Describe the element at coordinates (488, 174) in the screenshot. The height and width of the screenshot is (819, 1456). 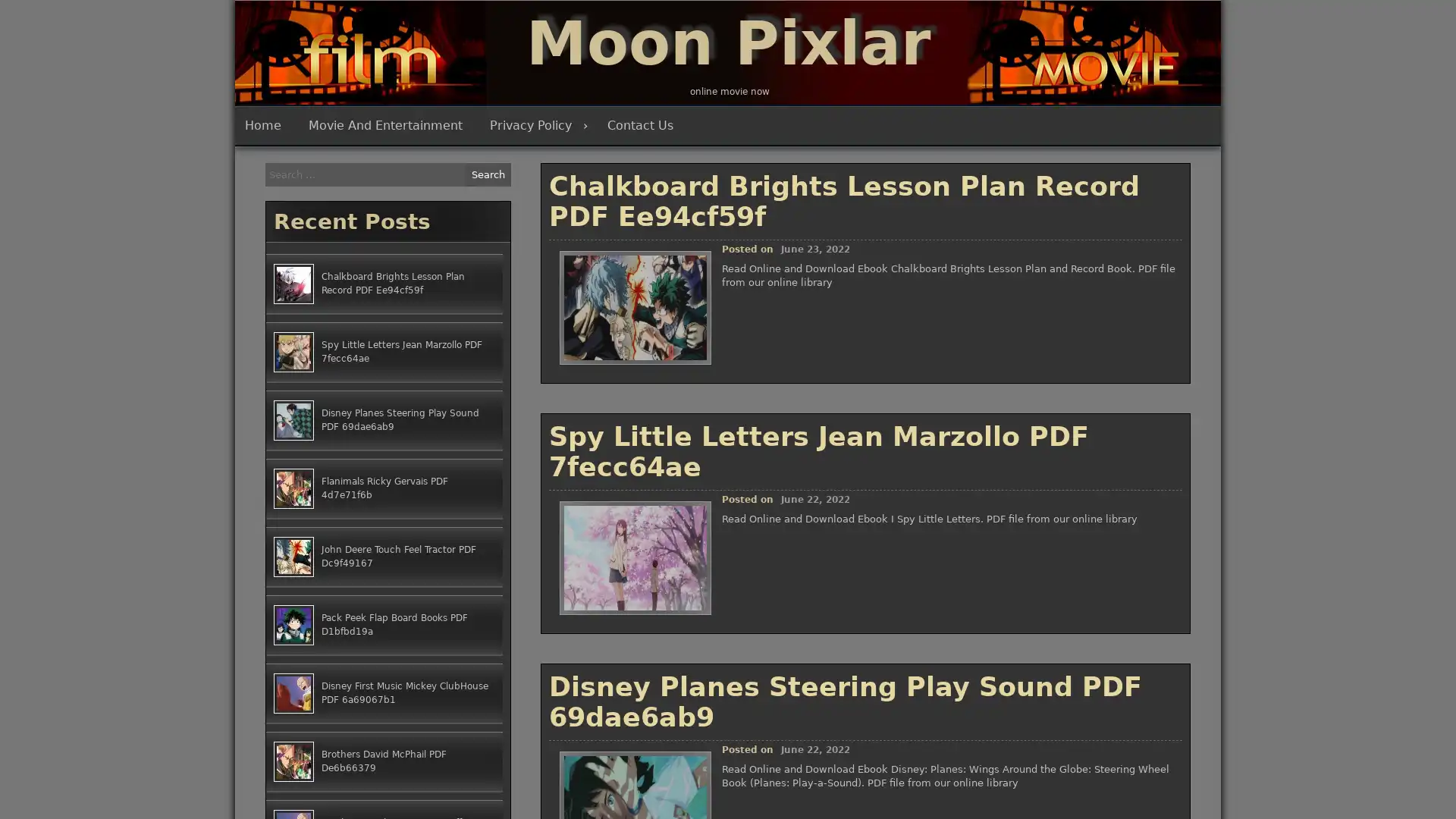
I see `Search` at that location.